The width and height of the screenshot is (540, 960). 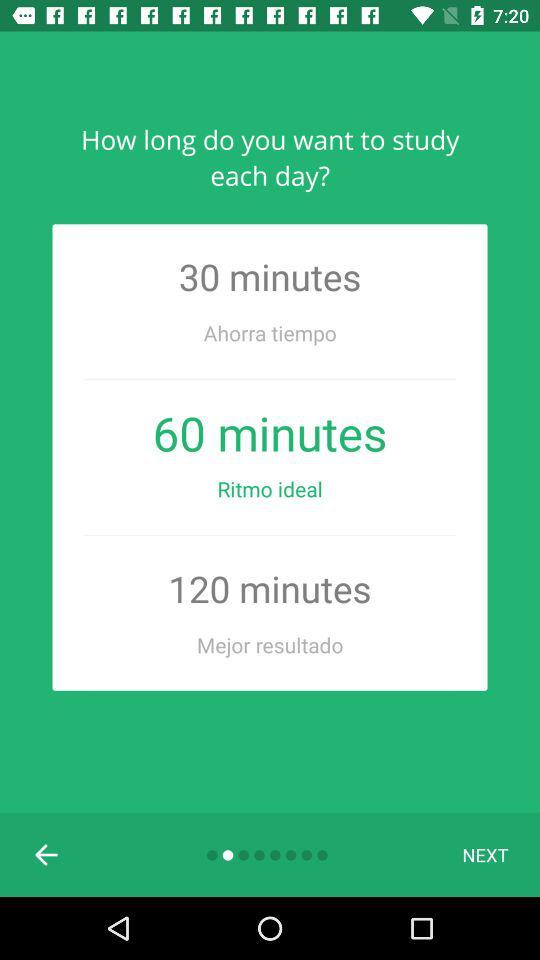 I want to click on icon at the bottom left corner, so click(x=47, y=853).